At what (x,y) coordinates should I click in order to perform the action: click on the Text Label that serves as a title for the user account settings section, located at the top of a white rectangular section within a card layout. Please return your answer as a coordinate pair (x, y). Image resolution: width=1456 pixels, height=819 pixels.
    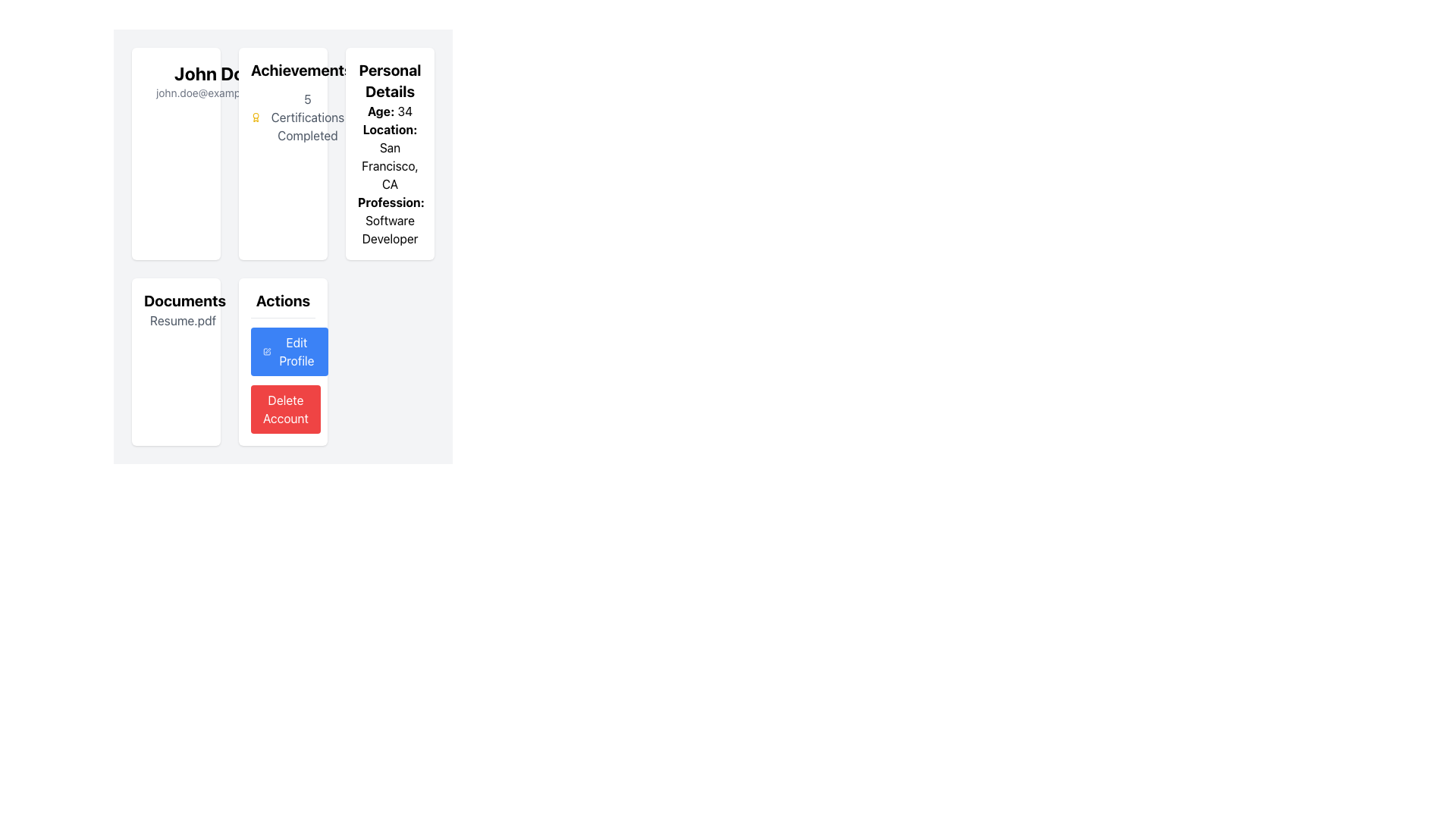
    Looking at the image, I should click on (283, 304).